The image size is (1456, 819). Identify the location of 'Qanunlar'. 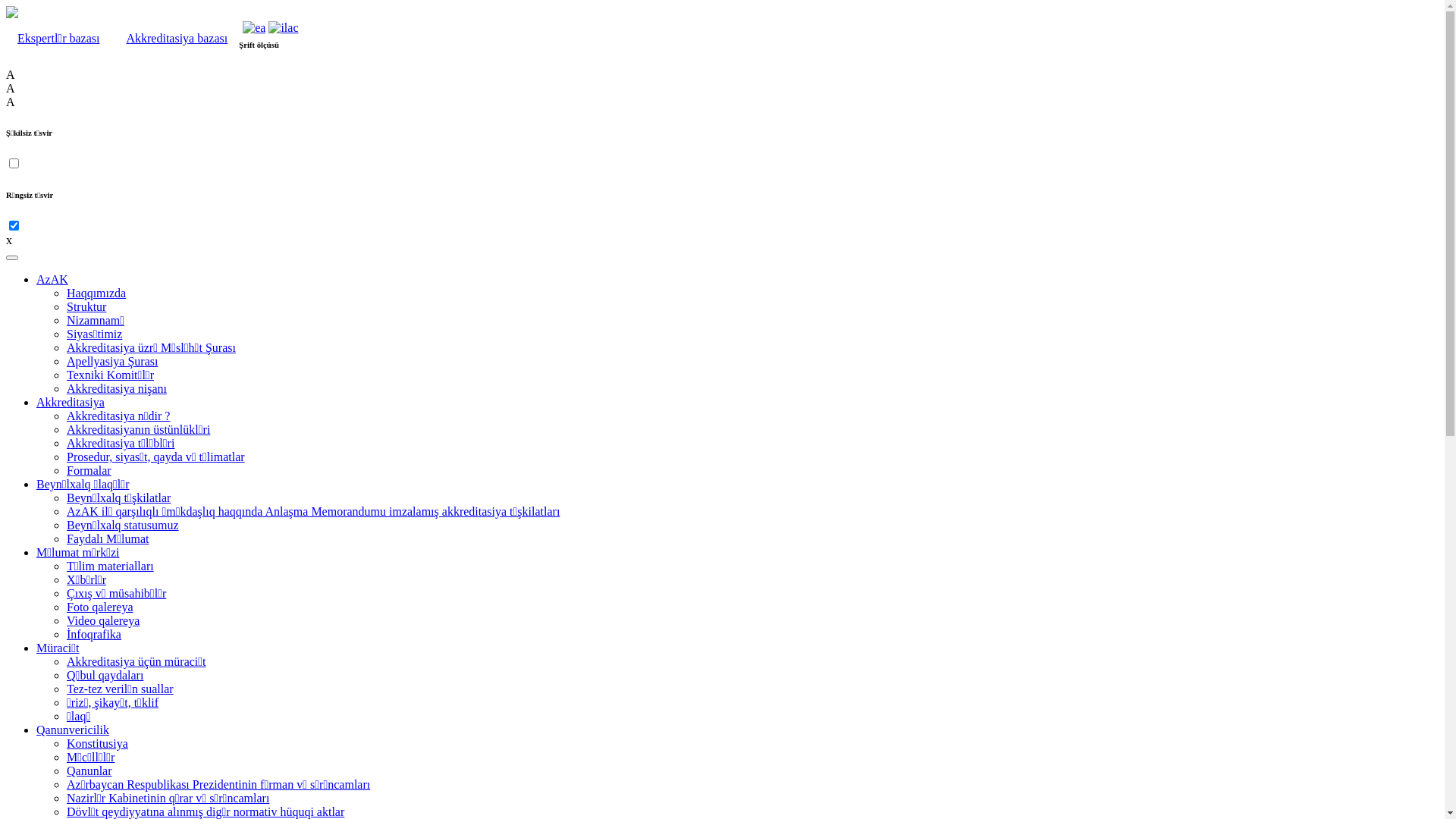
(89, 770).